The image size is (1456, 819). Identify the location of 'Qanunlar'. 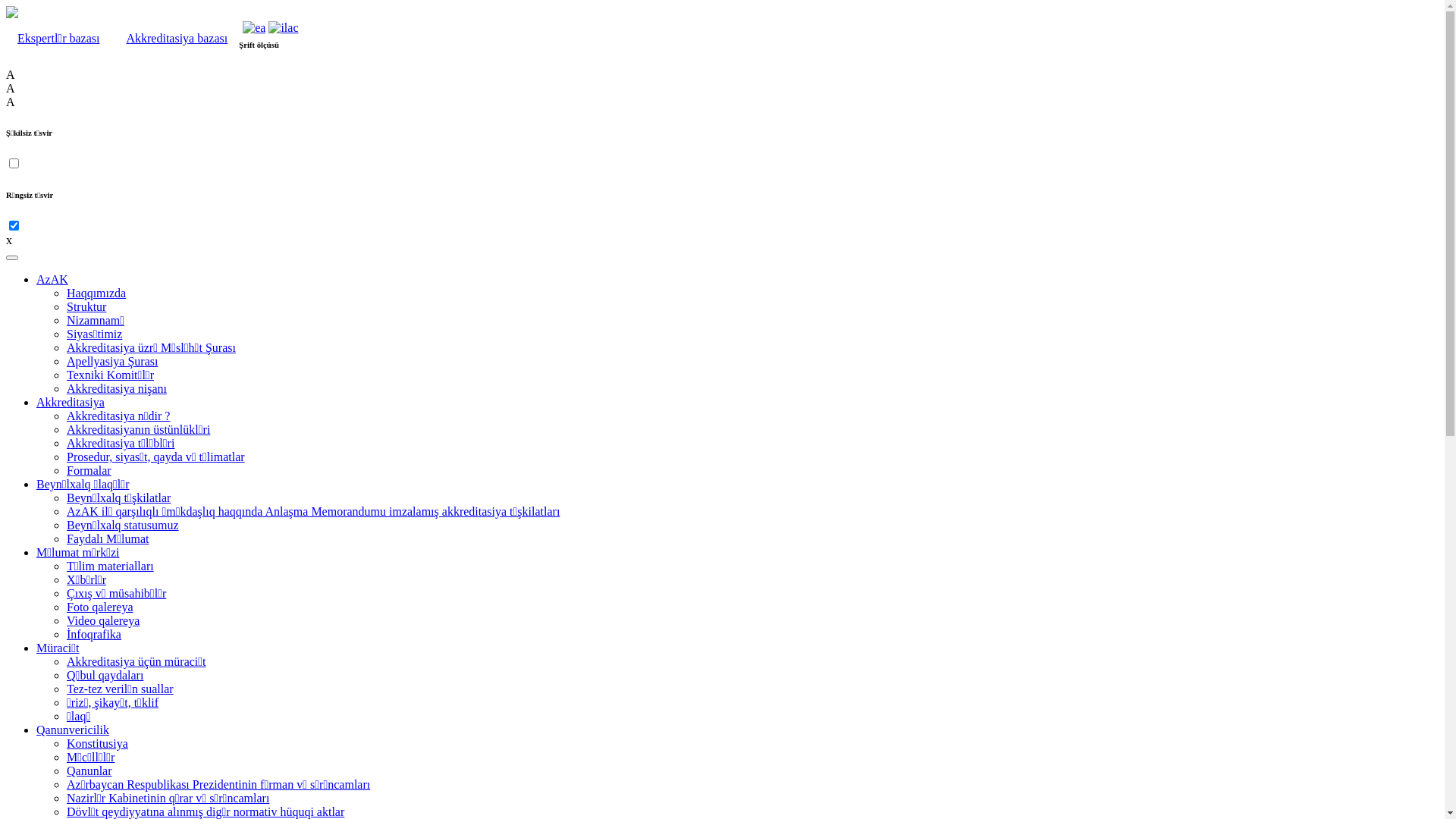
(89, 770).